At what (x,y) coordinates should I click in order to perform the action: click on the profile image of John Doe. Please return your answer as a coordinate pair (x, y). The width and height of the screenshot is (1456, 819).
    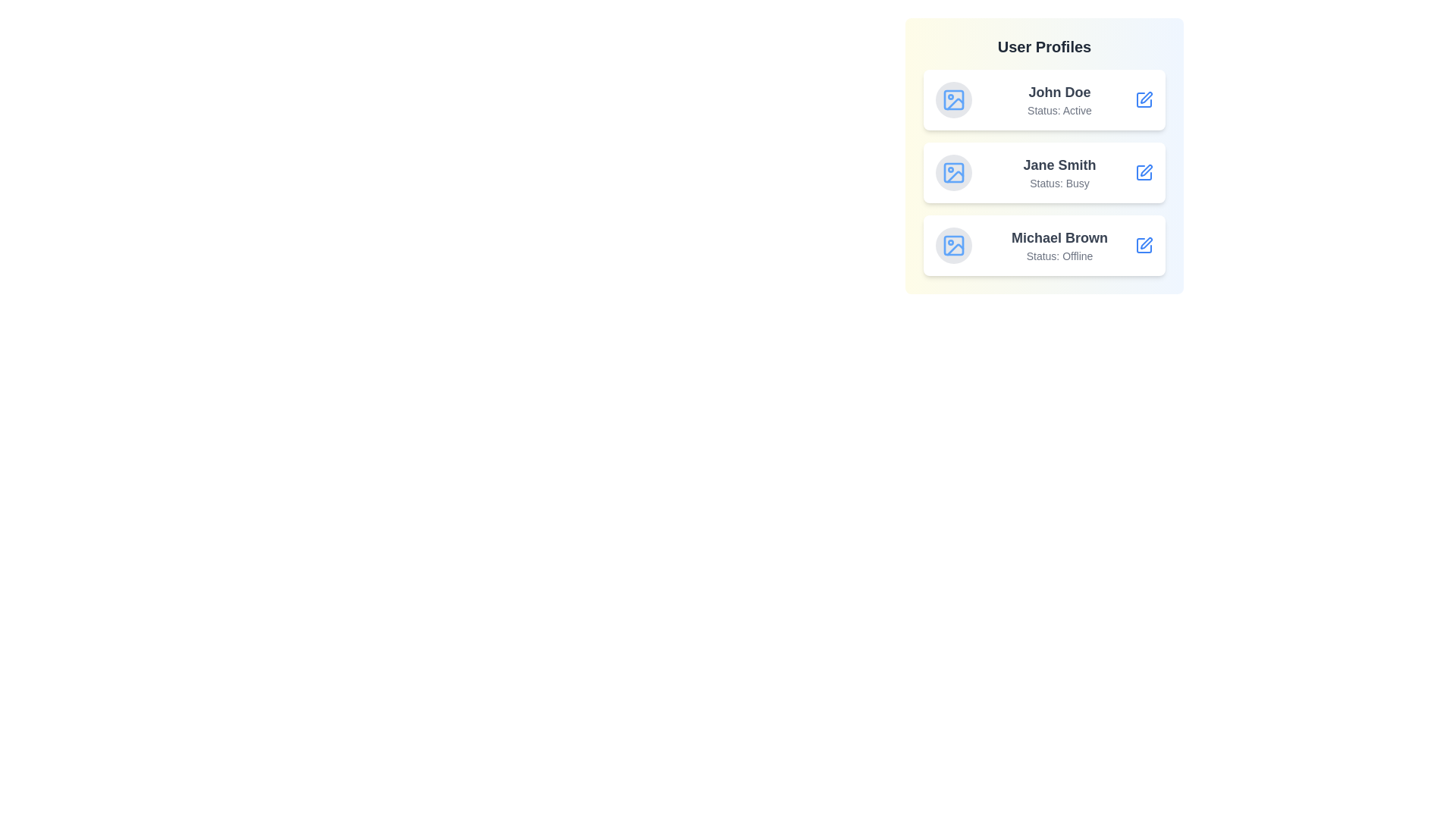
    Looking at the image, I should click on (952, 99).